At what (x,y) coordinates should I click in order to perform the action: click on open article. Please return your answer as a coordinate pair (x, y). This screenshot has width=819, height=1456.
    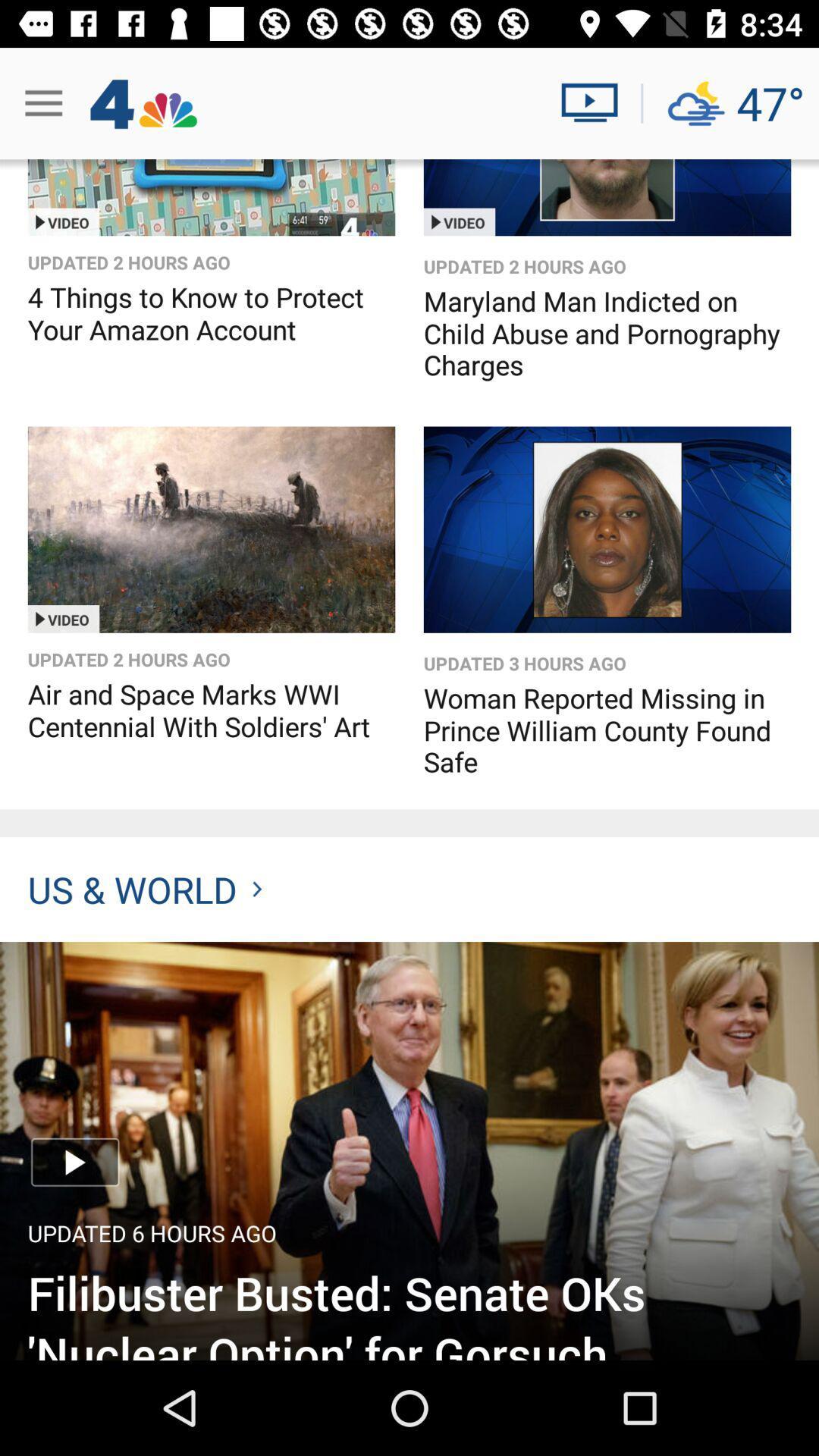
    Looking at the image, I should click on (409, 1150).